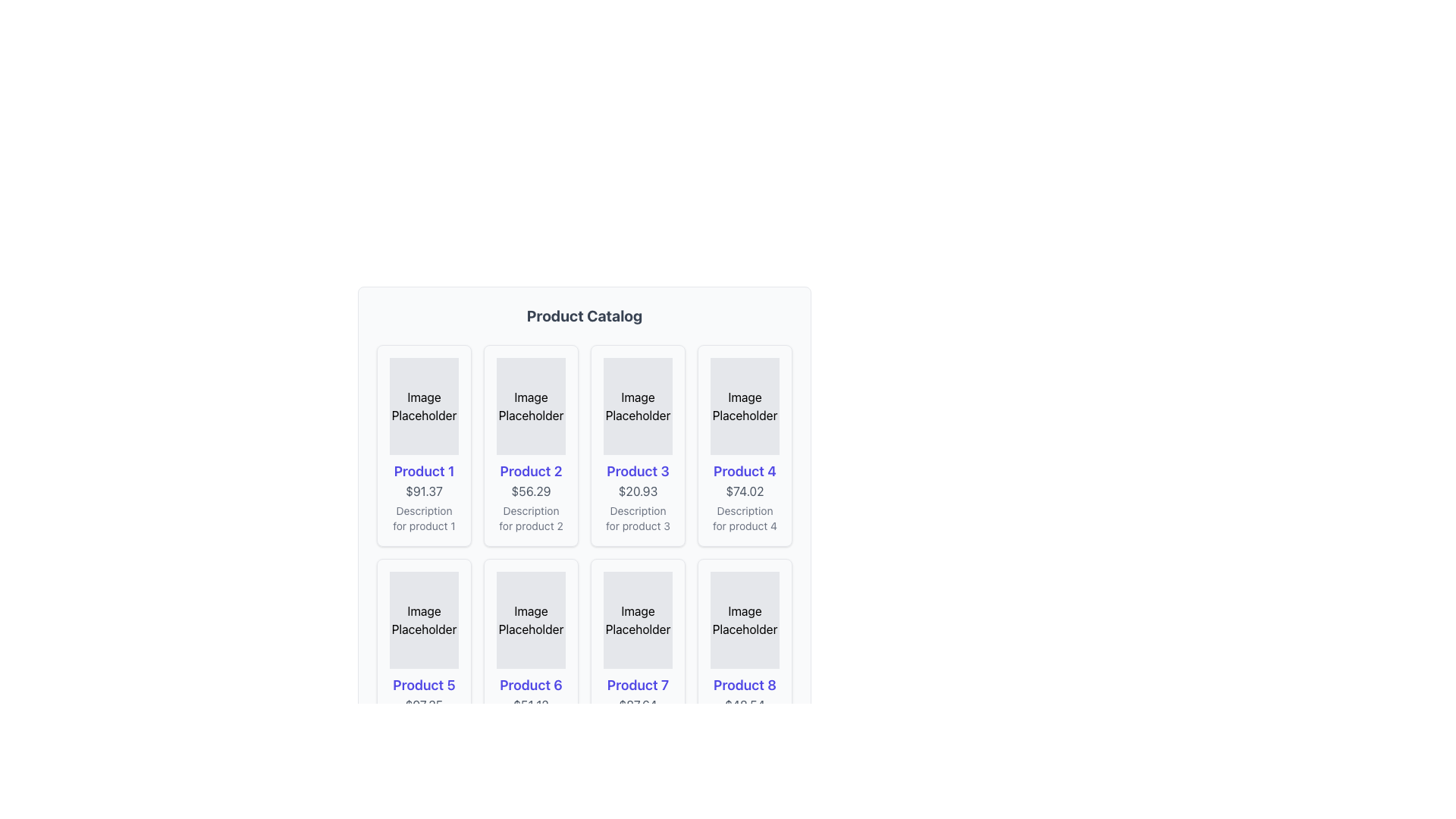 Image resolution: width=1456 pixels, height=819 pixels. I want to click on the Text label which serves as the product title, located centrally in the first column of the product grid, so click(424, 470).